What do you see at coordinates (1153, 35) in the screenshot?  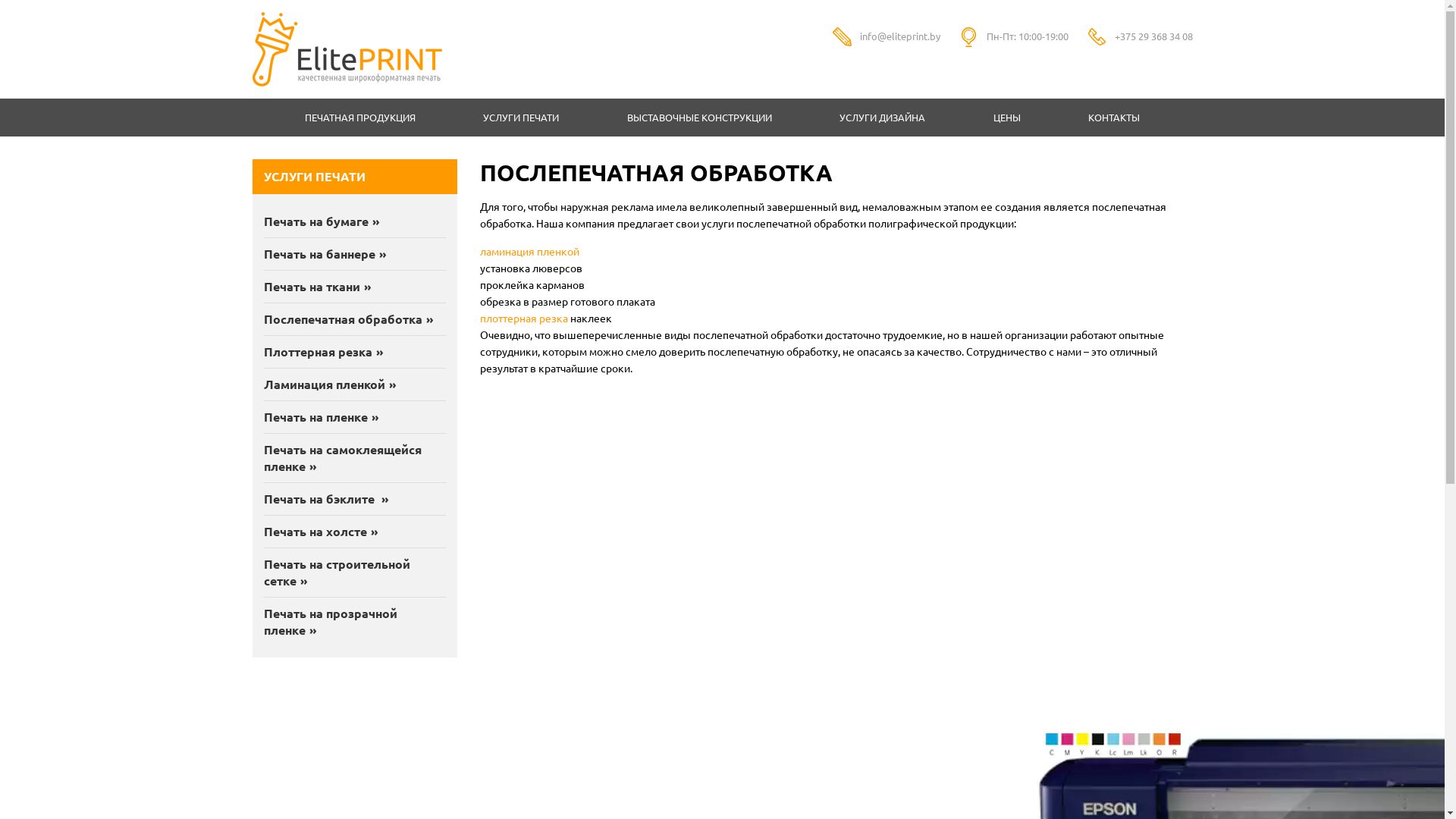 I see `'+375 29 368 34 08'` at bounding box center [1153, 35].